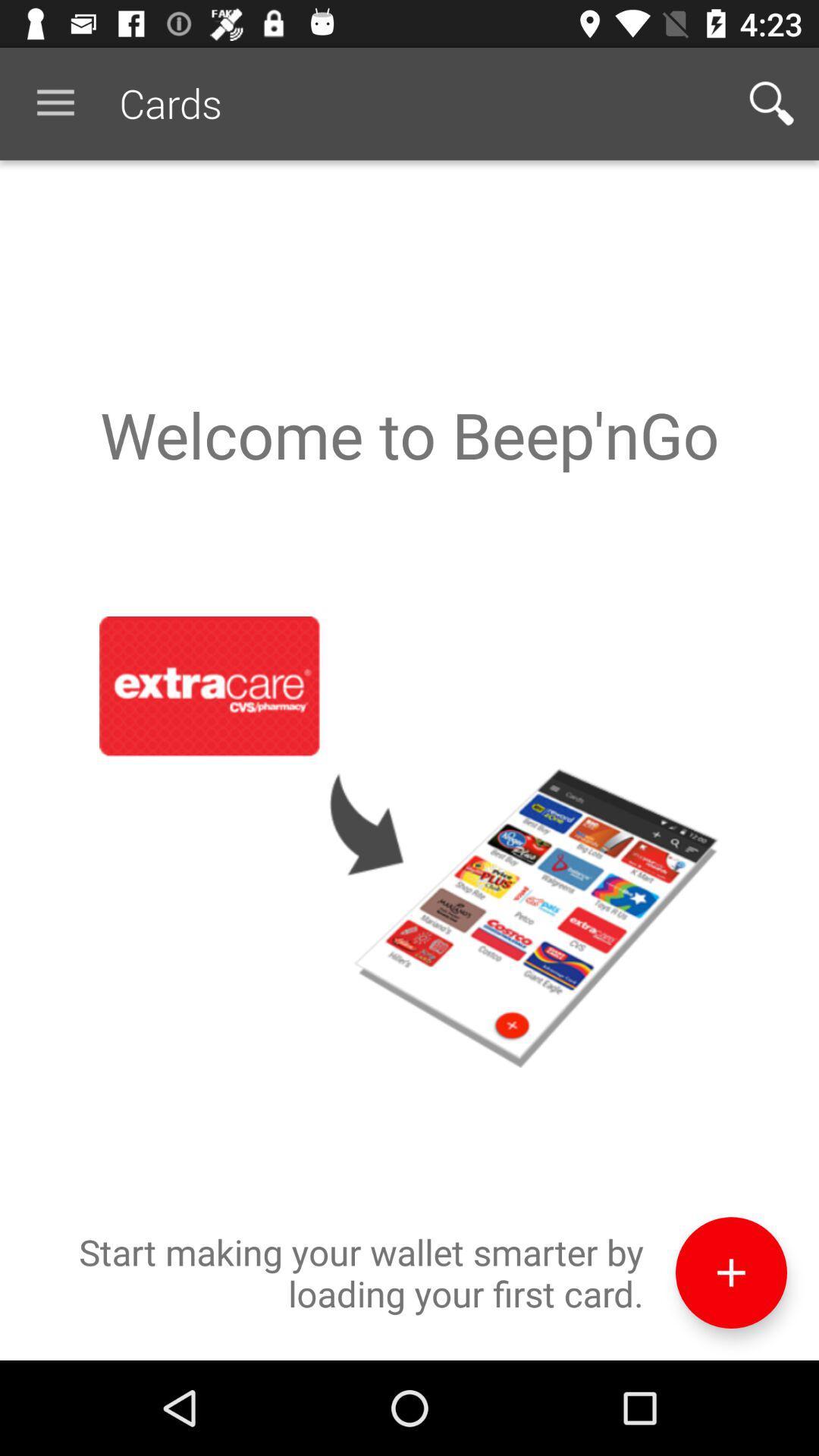 The height and width of the screenshot is (1456, 819). I want to click on the add icon, so click(730, 1362).